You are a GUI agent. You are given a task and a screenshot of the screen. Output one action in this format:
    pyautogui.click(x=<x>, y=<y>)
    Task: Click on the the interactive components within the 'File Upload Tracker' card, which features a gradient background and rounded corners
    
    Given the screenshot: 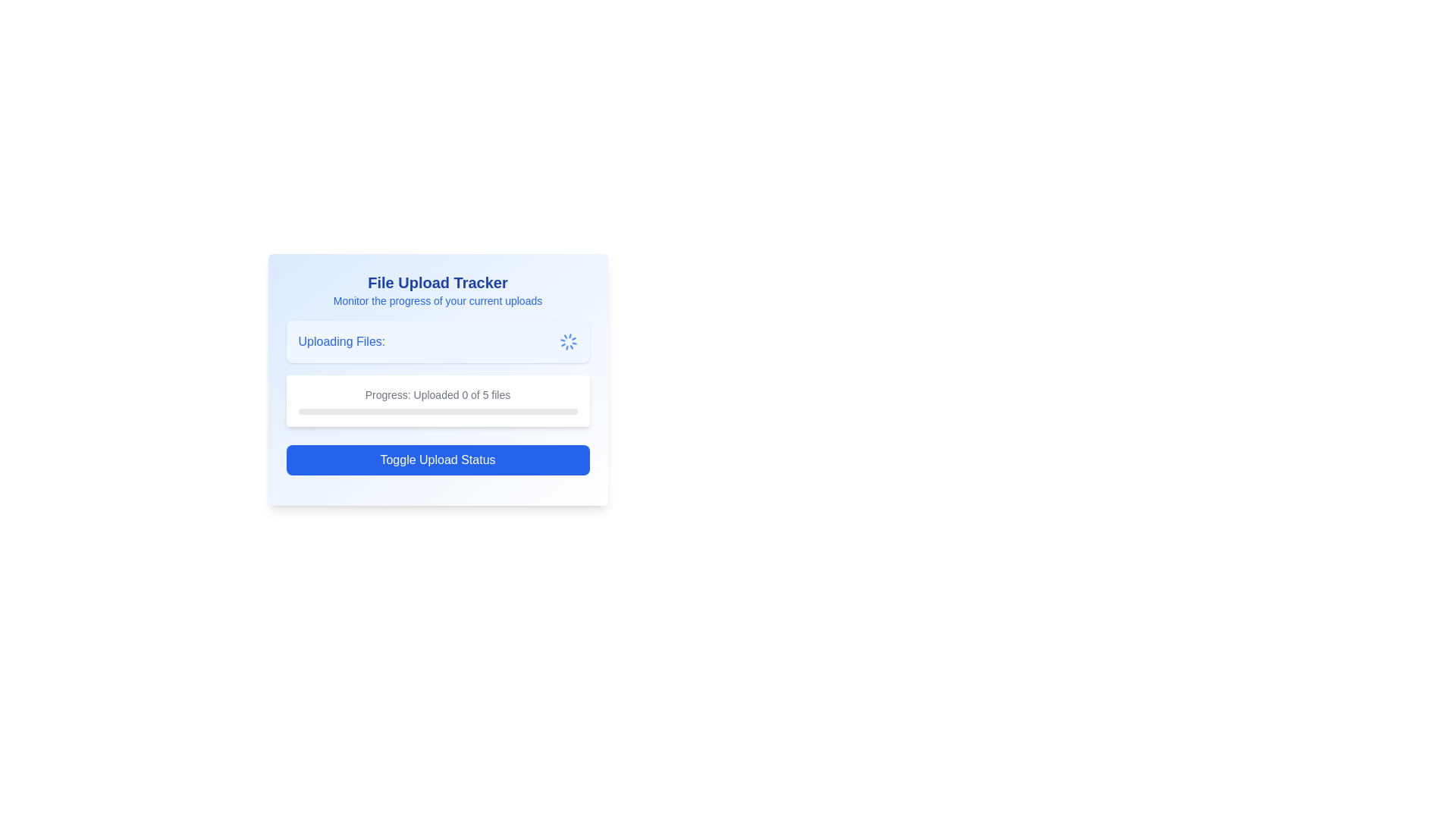 What is the action you would take?
    pyautogui.click(x=437, y=379)
    